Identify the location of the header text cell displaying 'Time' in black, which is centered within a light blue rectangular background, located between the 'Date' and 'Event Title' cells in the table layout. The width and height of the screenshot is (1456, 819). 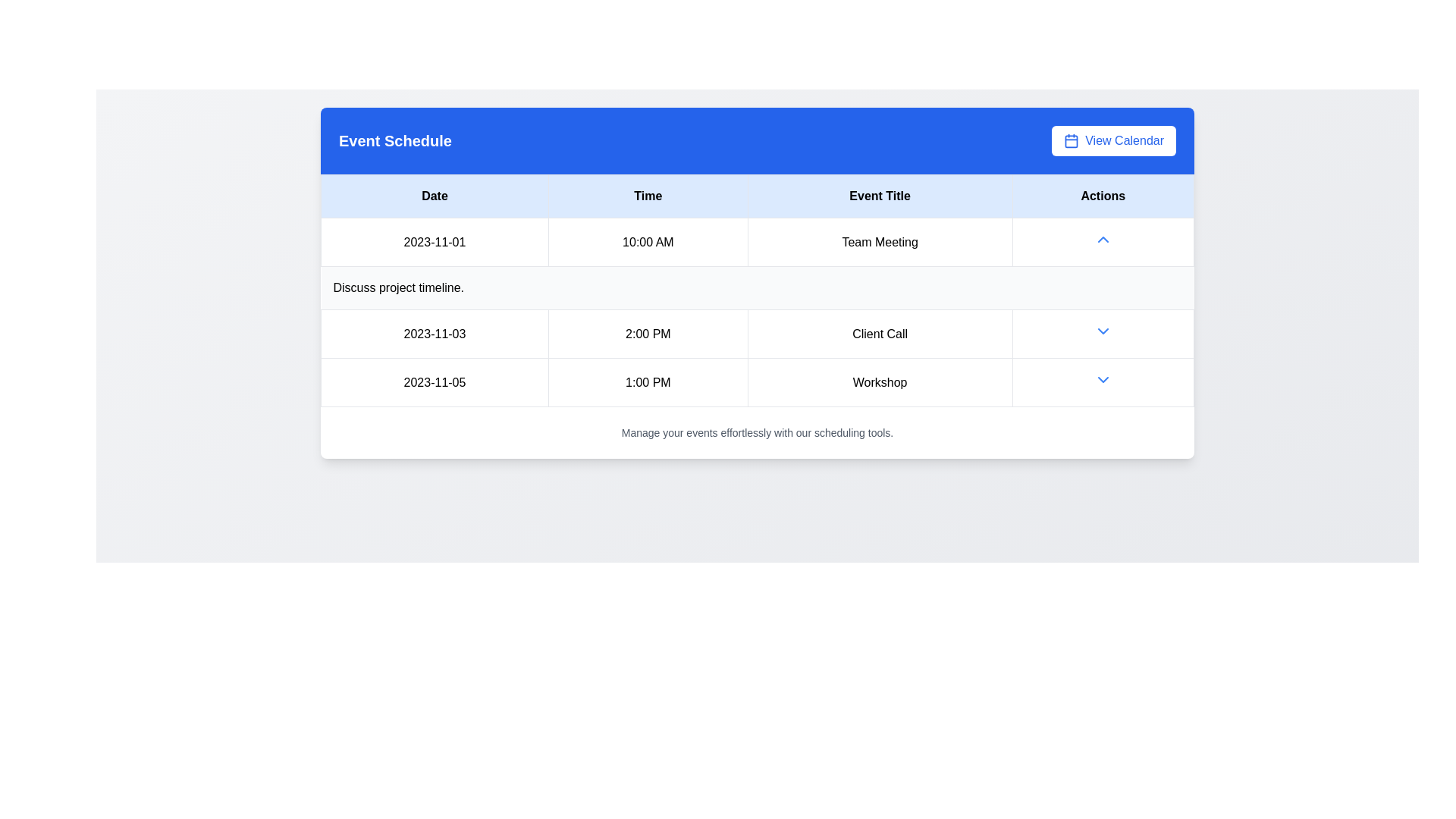
(648, 195).